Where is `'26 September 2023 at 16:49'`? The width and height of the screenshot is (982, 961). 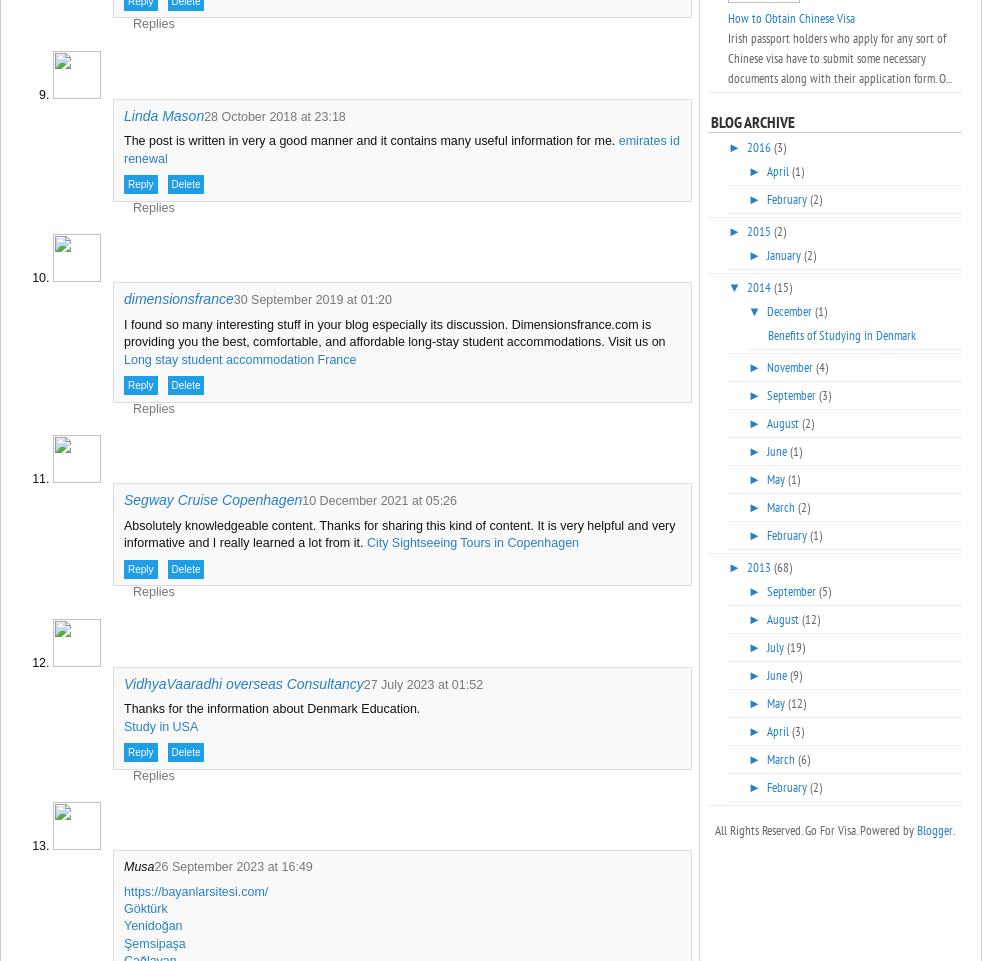 '26 September 2023 at 16:49' is located at coordinates (232, 866).